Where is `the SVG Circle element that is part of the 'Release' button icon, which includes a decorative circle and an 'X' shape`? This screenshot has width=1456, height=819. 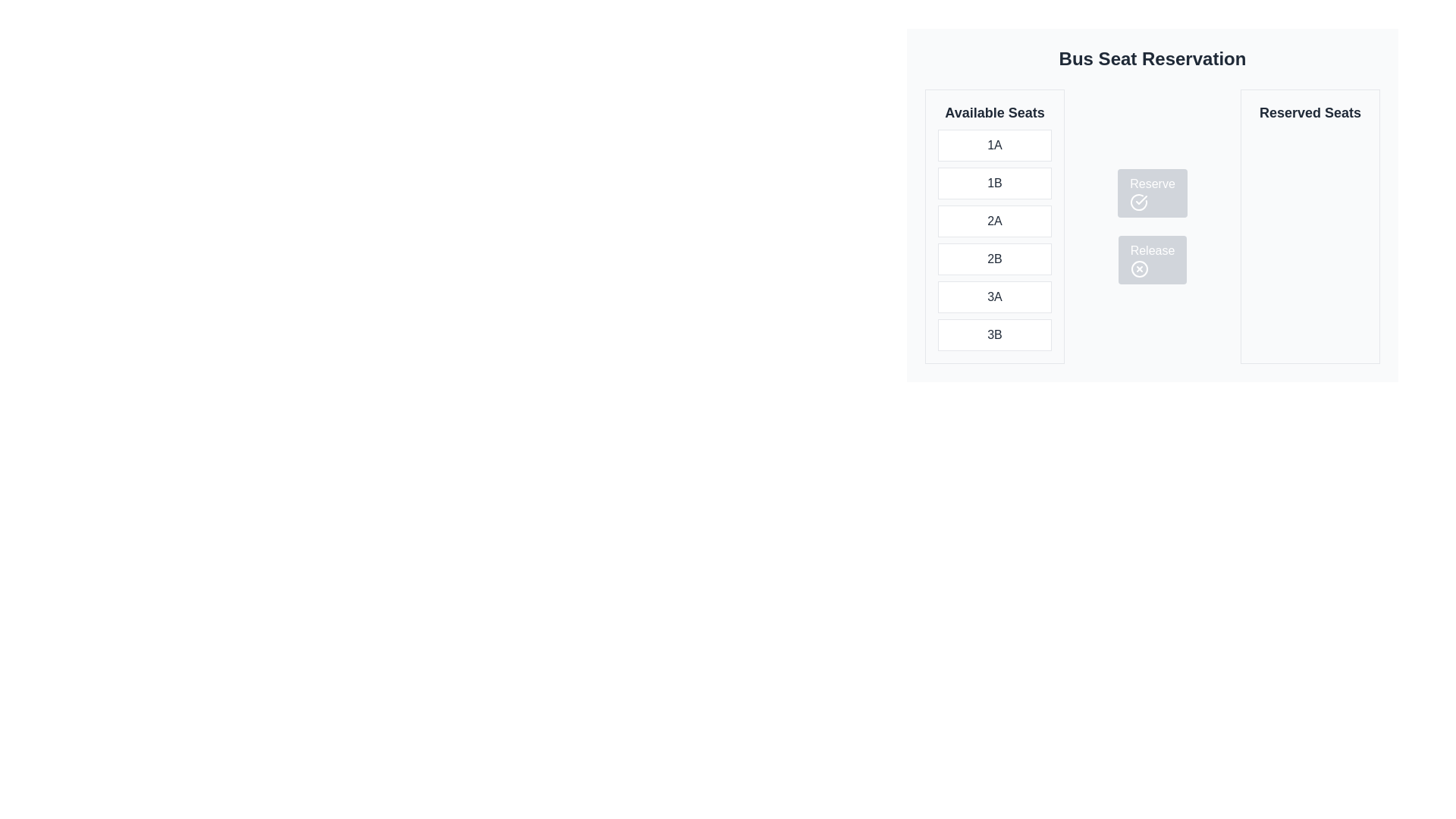 the SVG Circle element that is part of the 'Release' button icon, which includes a decorative circle and an 'X' shape is located at coordinates (1139, 268).